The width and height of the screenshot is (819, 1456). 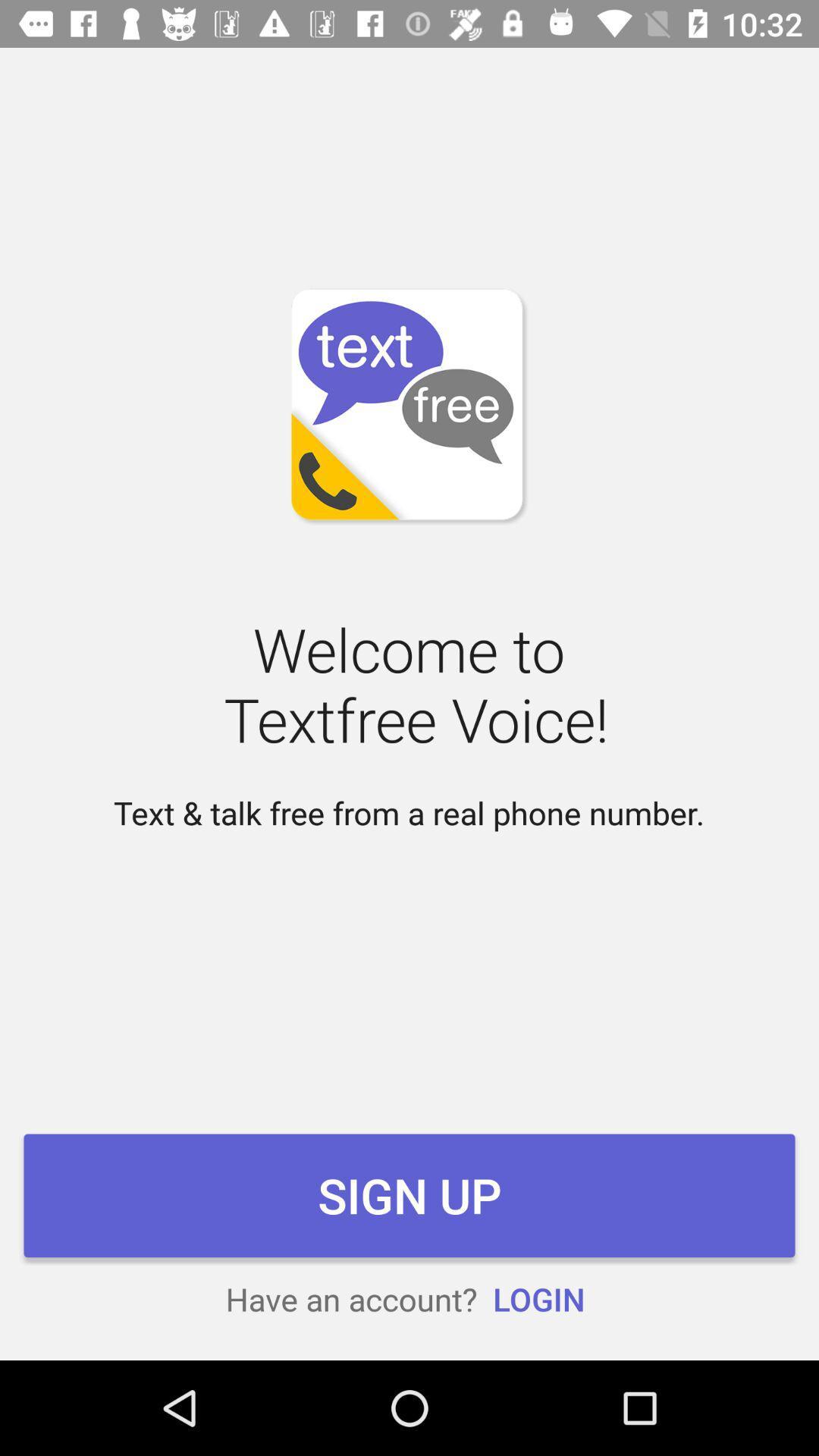 What do you see at coordinates (538, 1298) in the screenshot?
I see `login` at bounding box center [538, 1298].